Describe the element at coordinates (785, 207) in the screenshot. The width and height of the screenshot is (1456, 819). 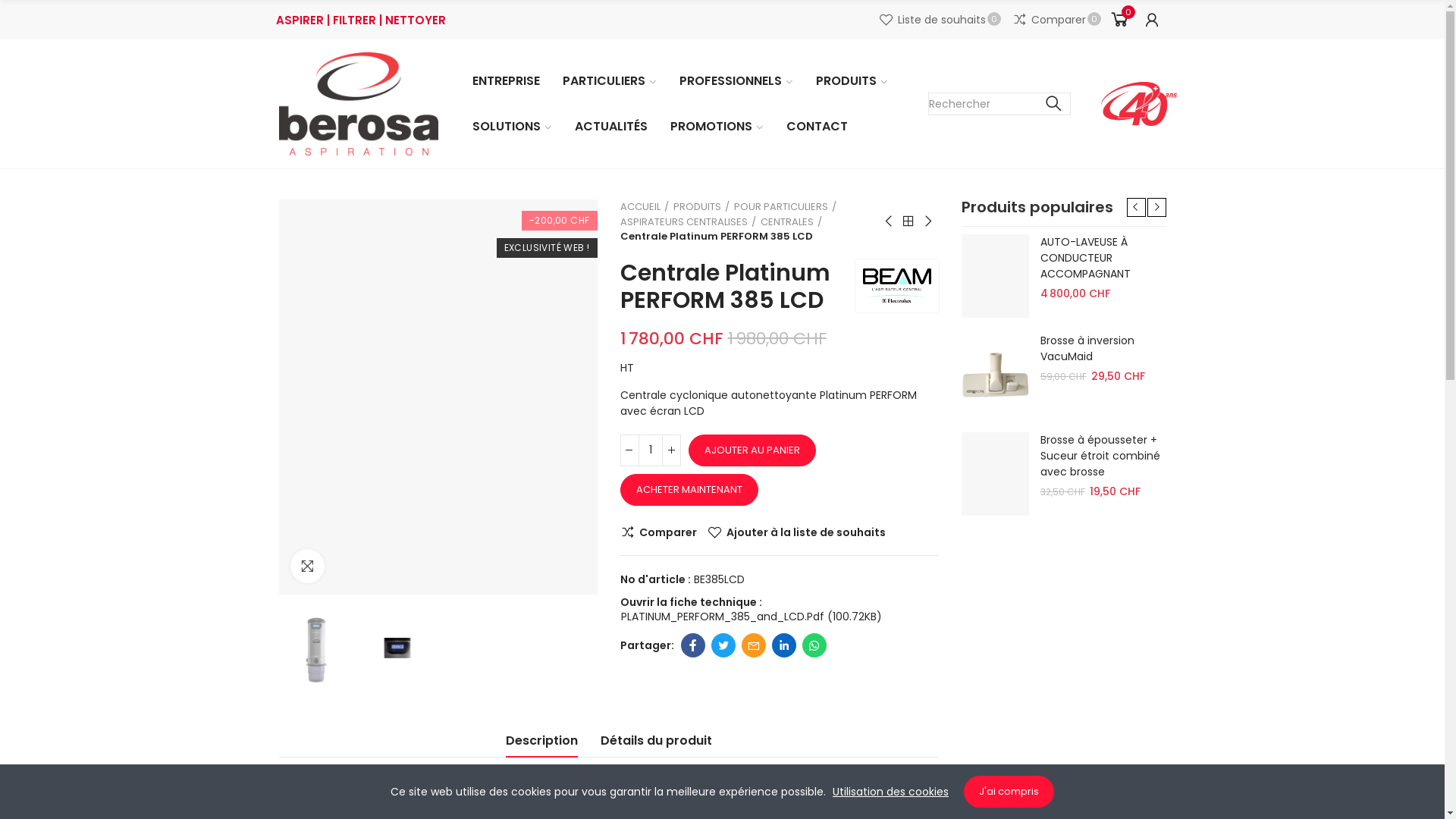
I see `'POUR PARTICULIERS'` at that location.